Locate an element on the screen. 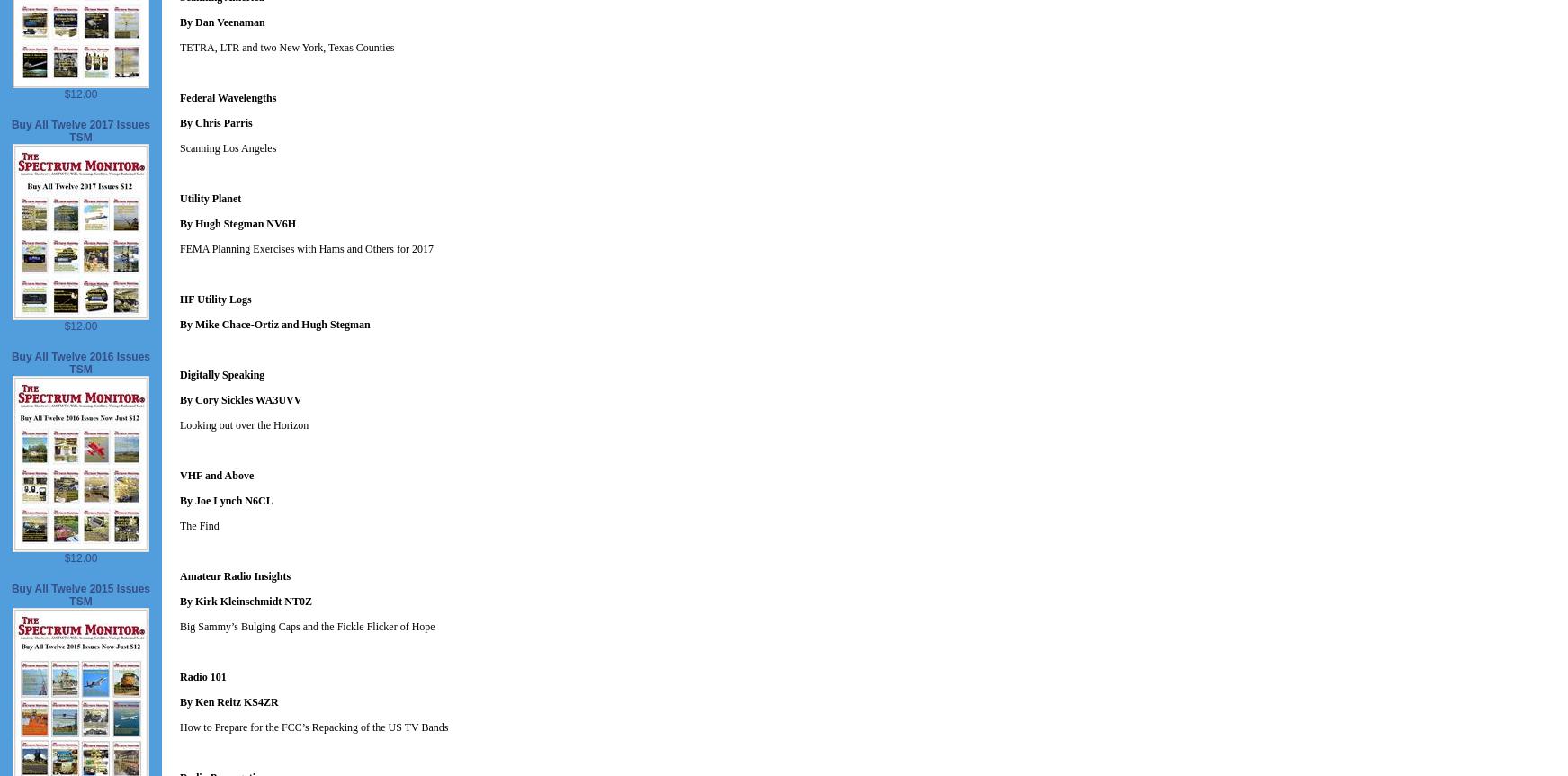 Image resolution: width=1568 pixels, height=776 pixels. 'By Dan Veenaman' is located at coordinates (221, 22).